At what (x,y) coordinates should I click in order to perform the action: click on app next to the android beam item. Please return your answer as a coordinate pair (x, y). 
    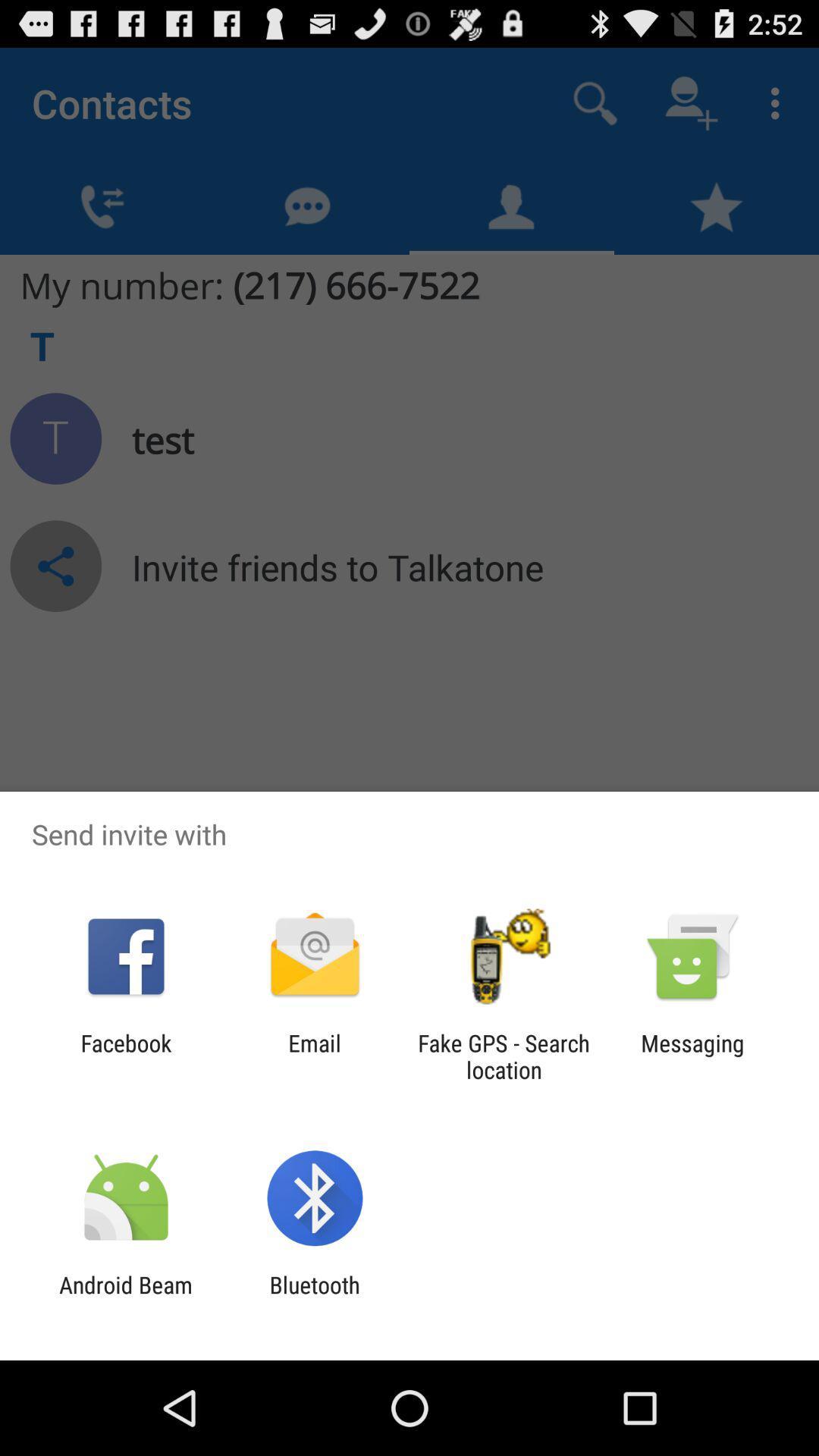
    Looking at the image, I should click on (314, 1298).